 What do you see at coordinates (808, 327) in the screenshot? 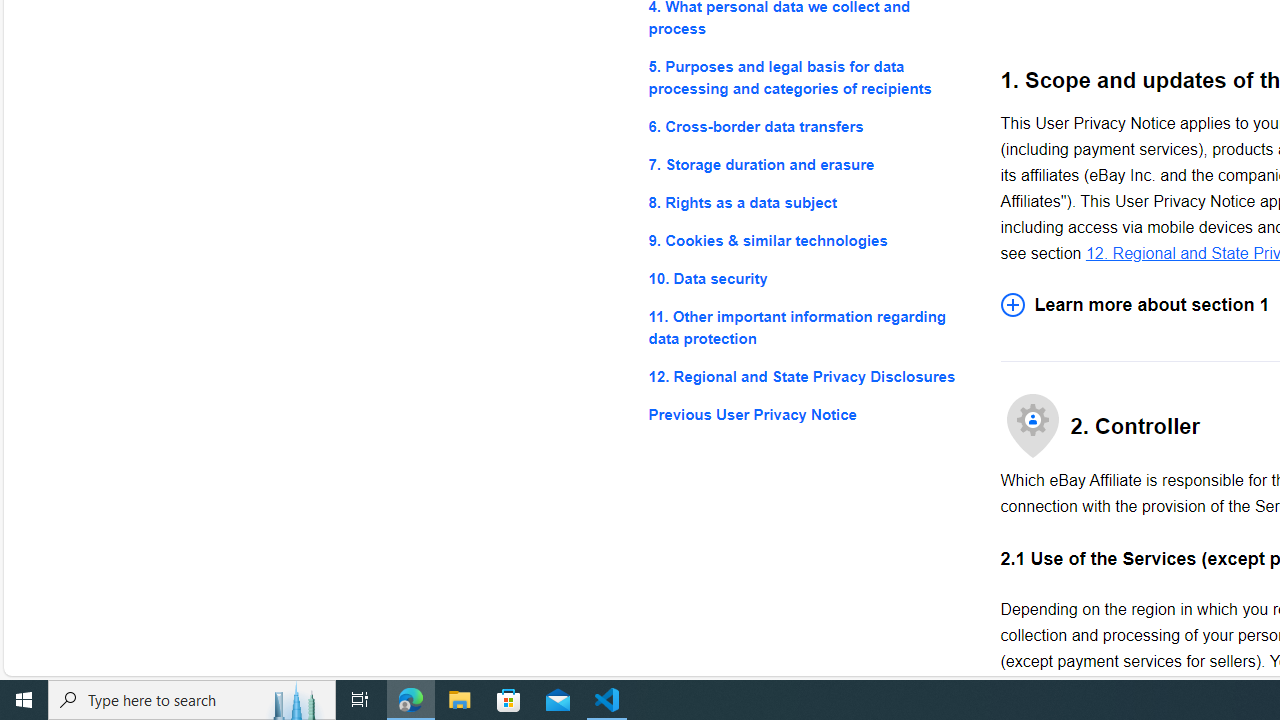
I see `'11. Other important information regarding data protection'` at bounding box center [808, 327].